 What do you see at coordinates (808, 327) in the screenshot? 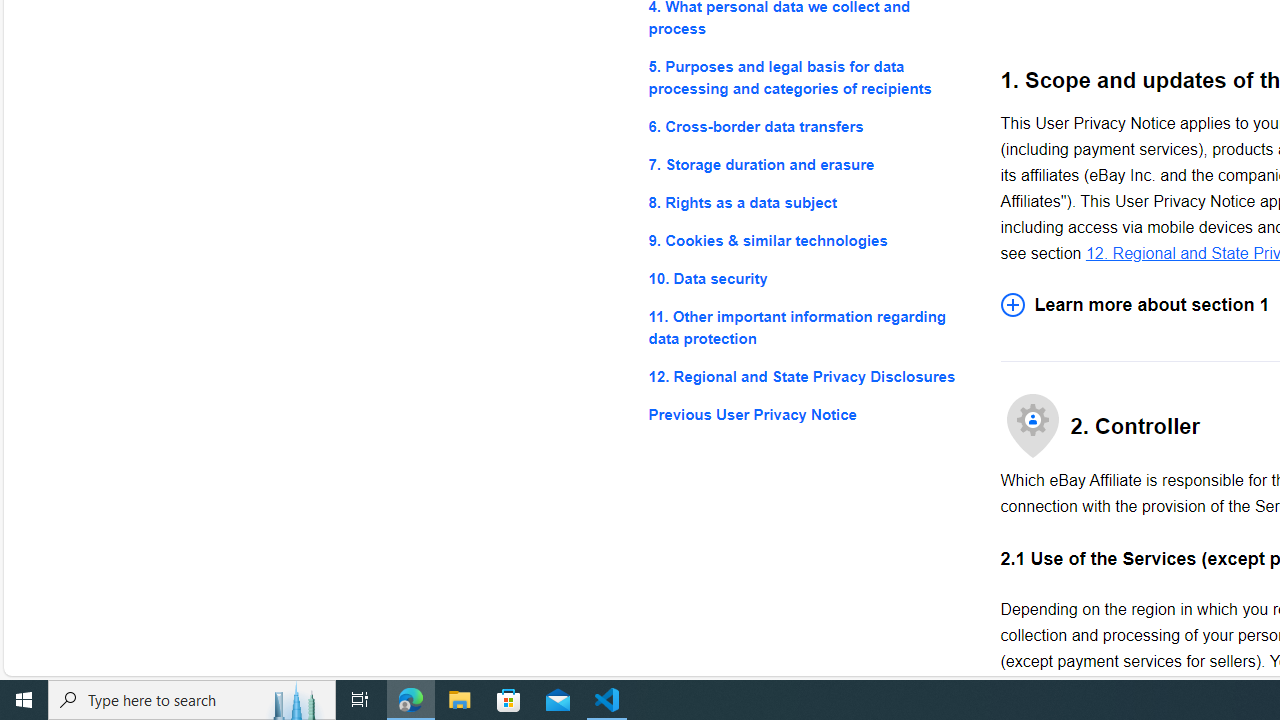
I see `'11. Other important information regarding data protection'` at bounding box center [808, 327].